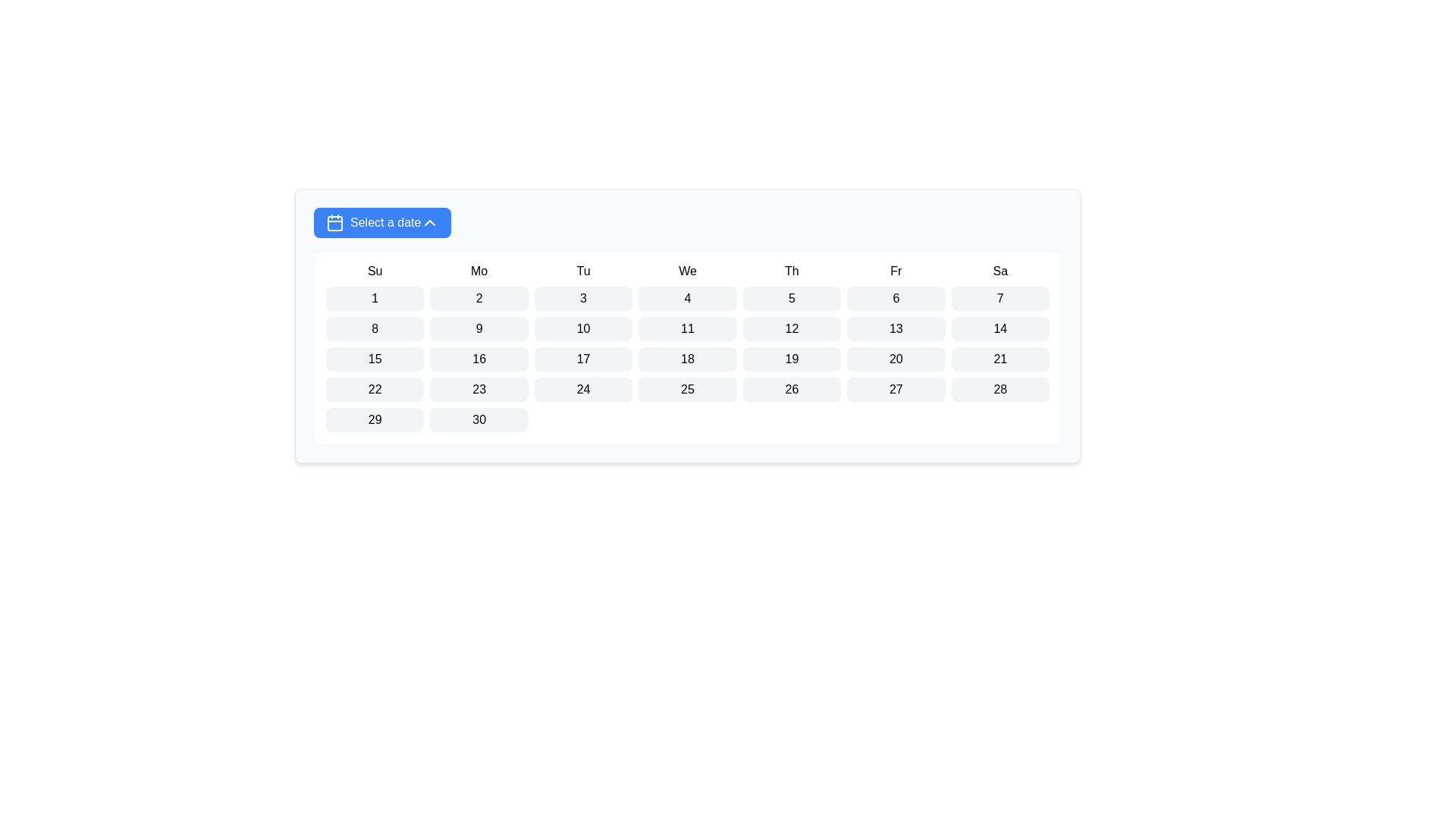 Image resolution: width=1456 pixels, height=819 pixels. I want to click on the button labeled '5' located in the first row and fifth column of the calendar grid under 'Th' (Thursday), so click(791, 298).